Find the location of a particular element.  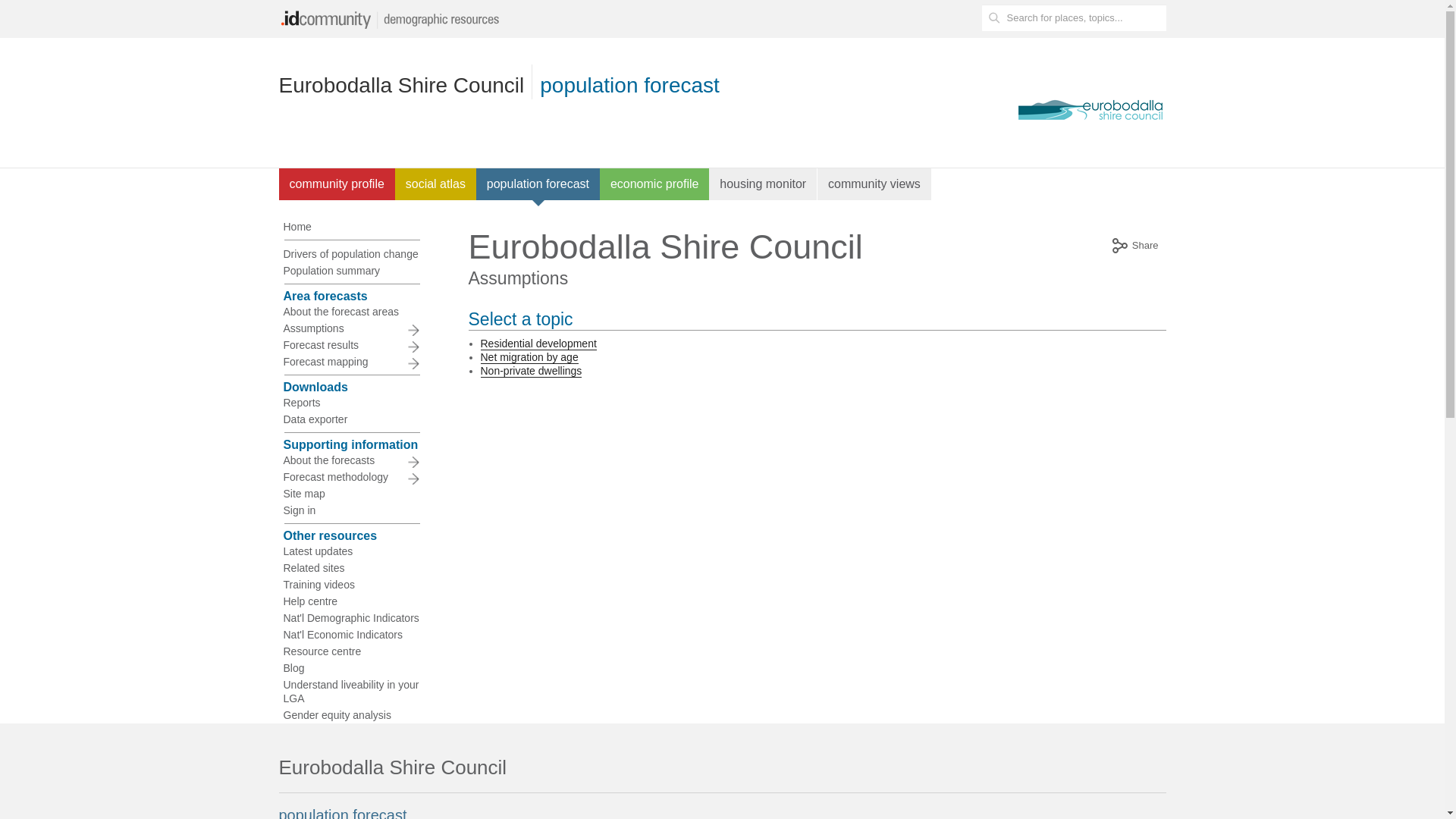

'Reports' is located at coordinates (350, 402).